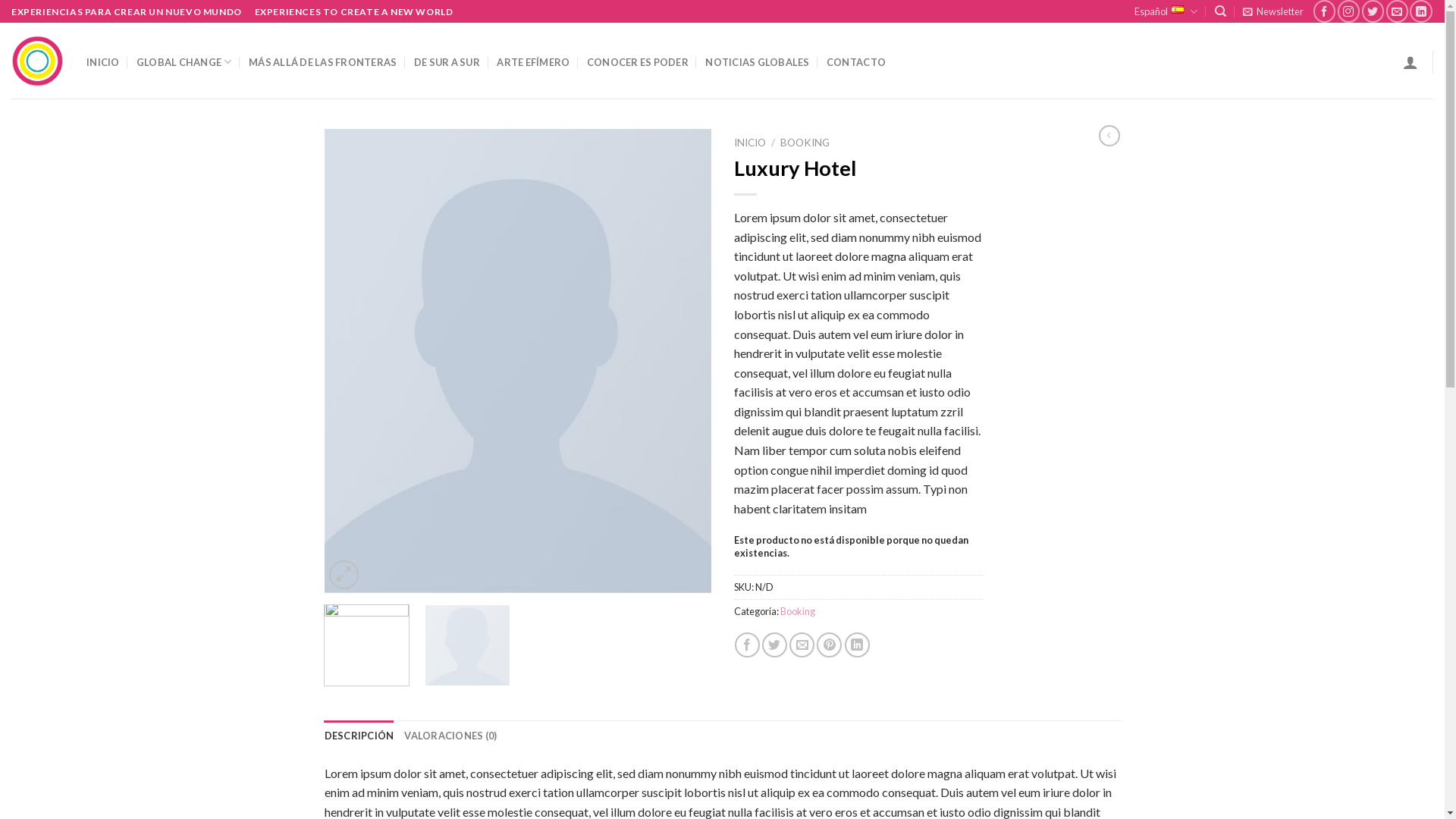 Image resolution: width=1456 pixels, height=819 pixels. Describe the element at coordinates (757, 61) in the screenshot. I see `'NOTICIAS GLOBALES'` at that location.